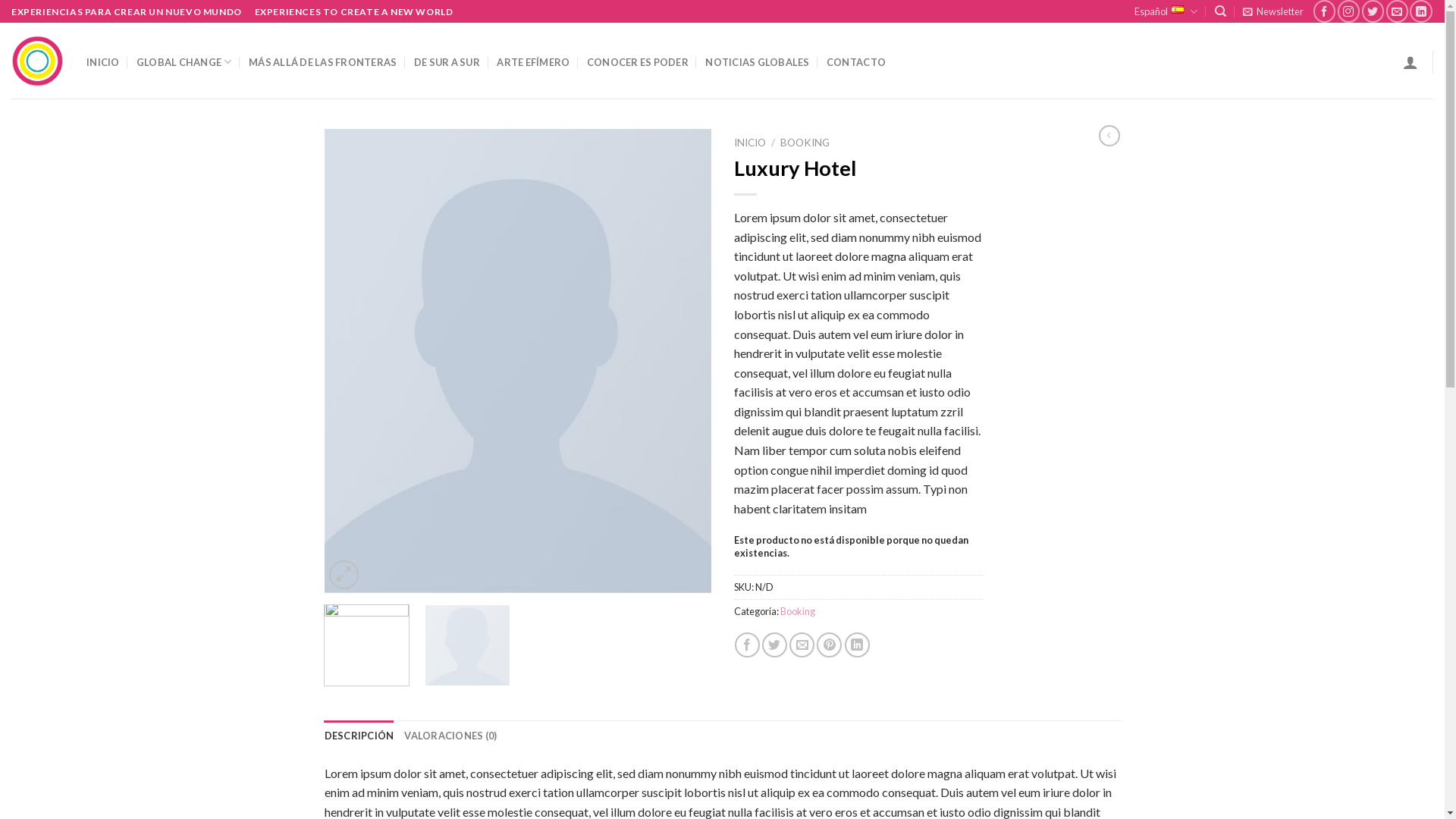 Image resolution: width=1456 pixels, height=819 pixels. Describe the element at coordinates (757, 61) in the screenshot. I see `'NOTICIAS GLOBALES'` at that location.